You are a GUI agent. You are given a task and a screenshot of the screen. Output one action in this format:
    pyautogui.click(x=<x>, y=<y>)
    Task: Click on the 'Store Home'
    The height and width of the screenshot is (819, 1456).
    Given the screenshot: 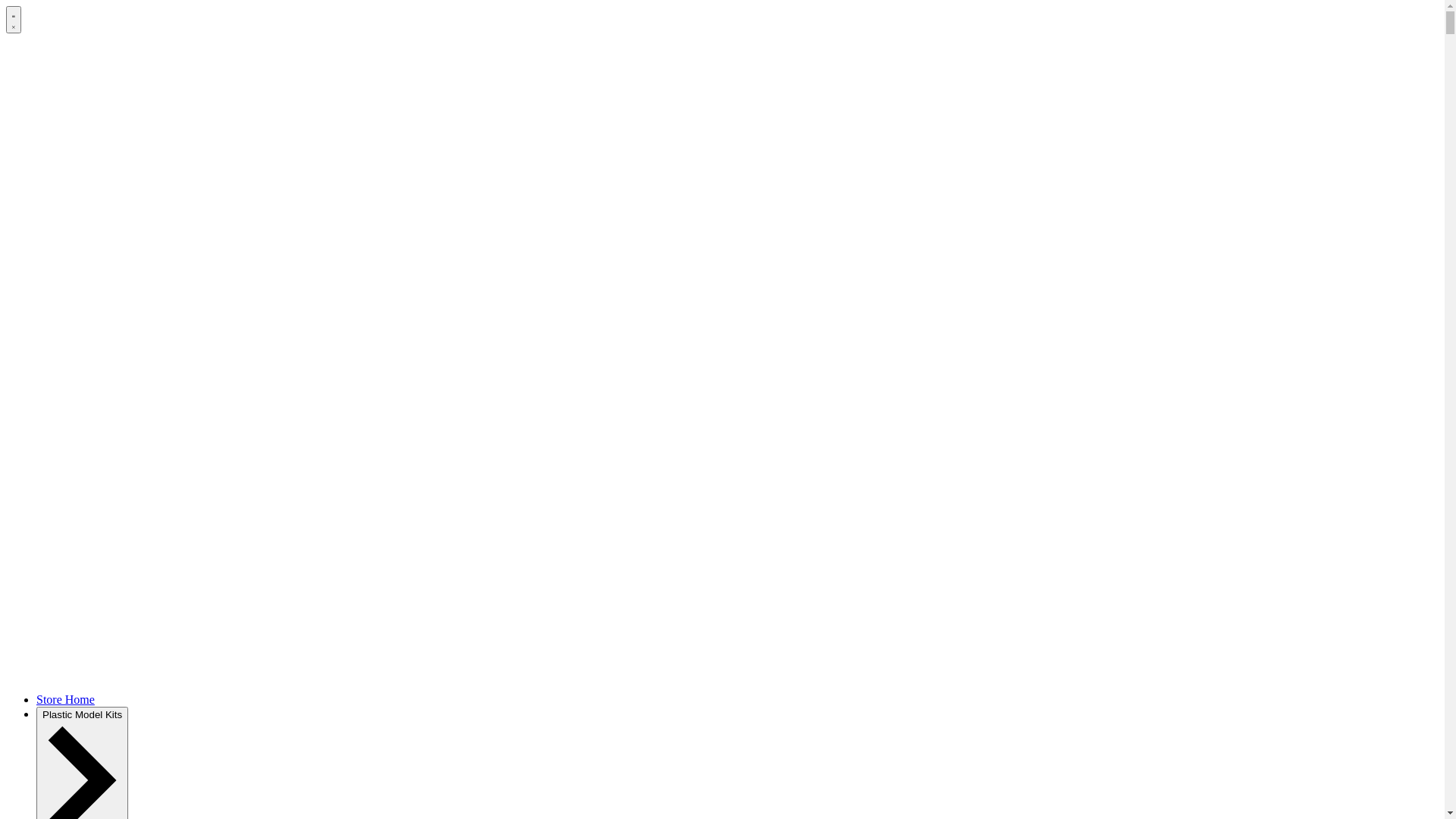 What is the action you would take?
    pyautogui.click(x=64, y=699)
    